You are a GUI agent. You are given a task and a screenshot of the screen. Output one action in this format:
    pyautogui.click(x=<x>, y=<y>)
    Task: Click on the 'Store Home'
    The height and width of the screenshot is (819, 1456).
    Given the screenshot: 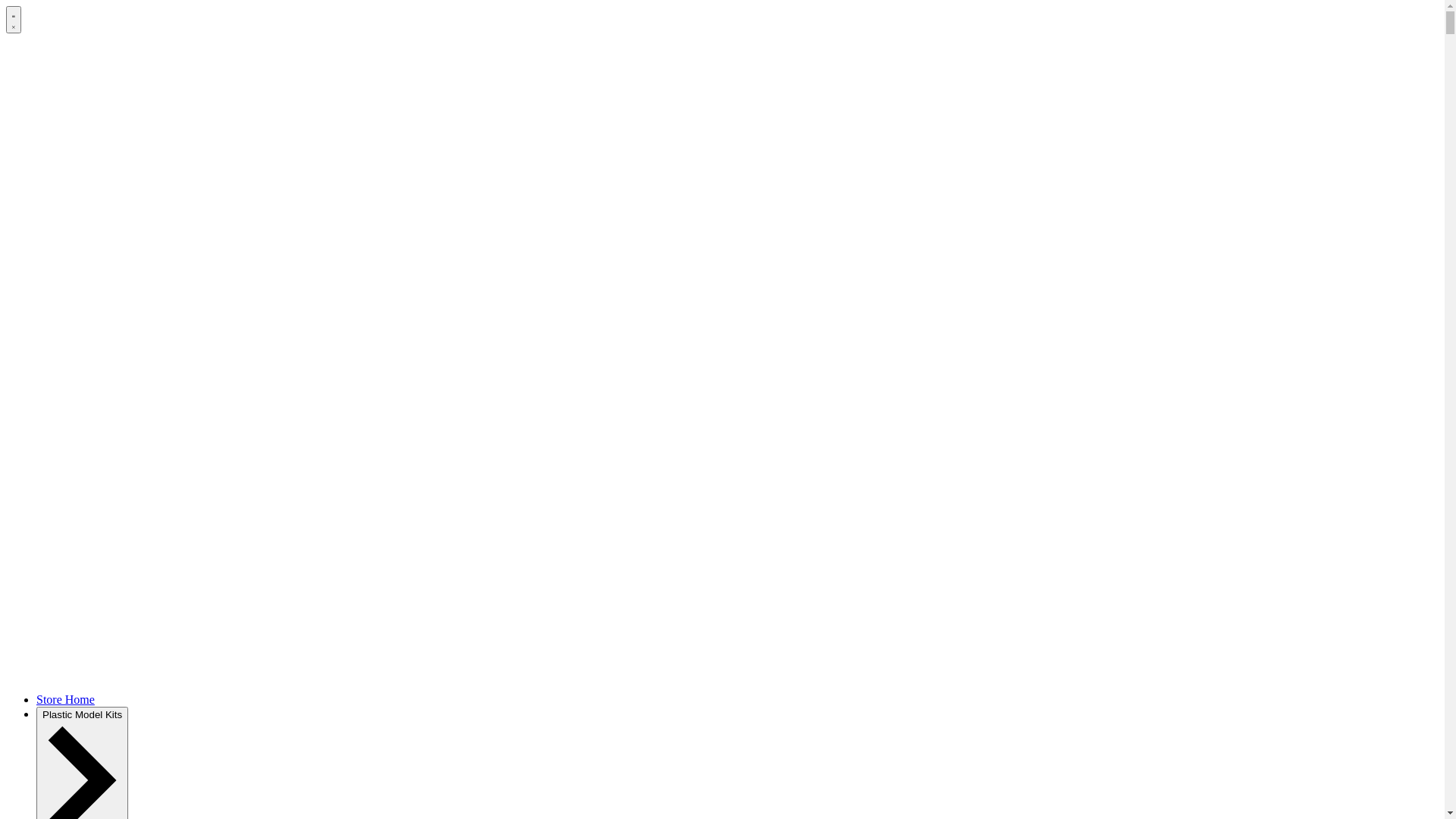 What is the action you would take?
    pyautogui.click(x=64, y=699)
    